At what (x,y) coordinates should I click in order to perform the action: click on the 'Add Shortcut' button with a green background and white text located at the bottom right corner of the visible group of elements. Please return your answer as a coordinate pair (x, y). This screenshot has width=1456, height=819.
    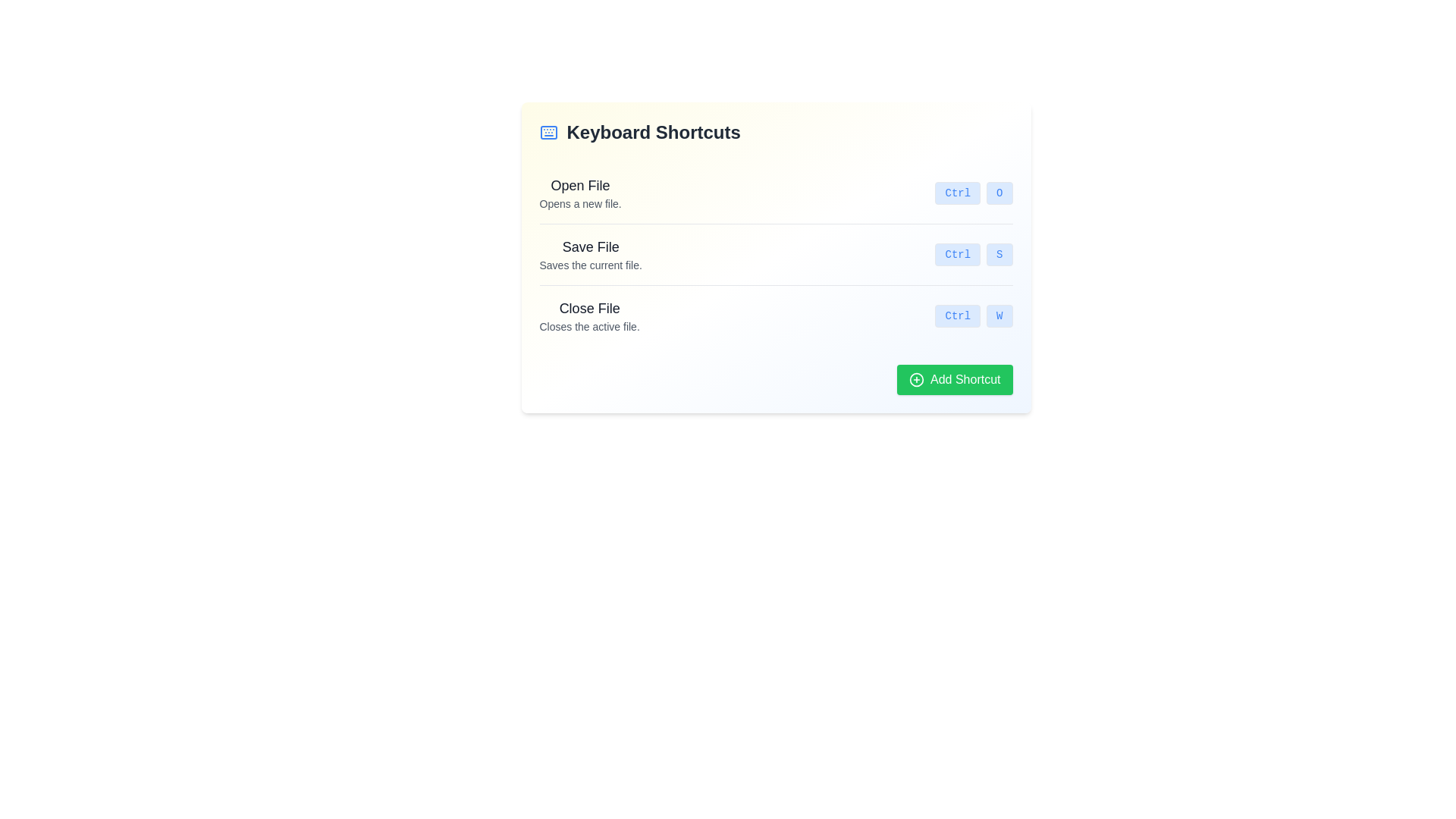
    Looking at the image, I should click on (954, 379).